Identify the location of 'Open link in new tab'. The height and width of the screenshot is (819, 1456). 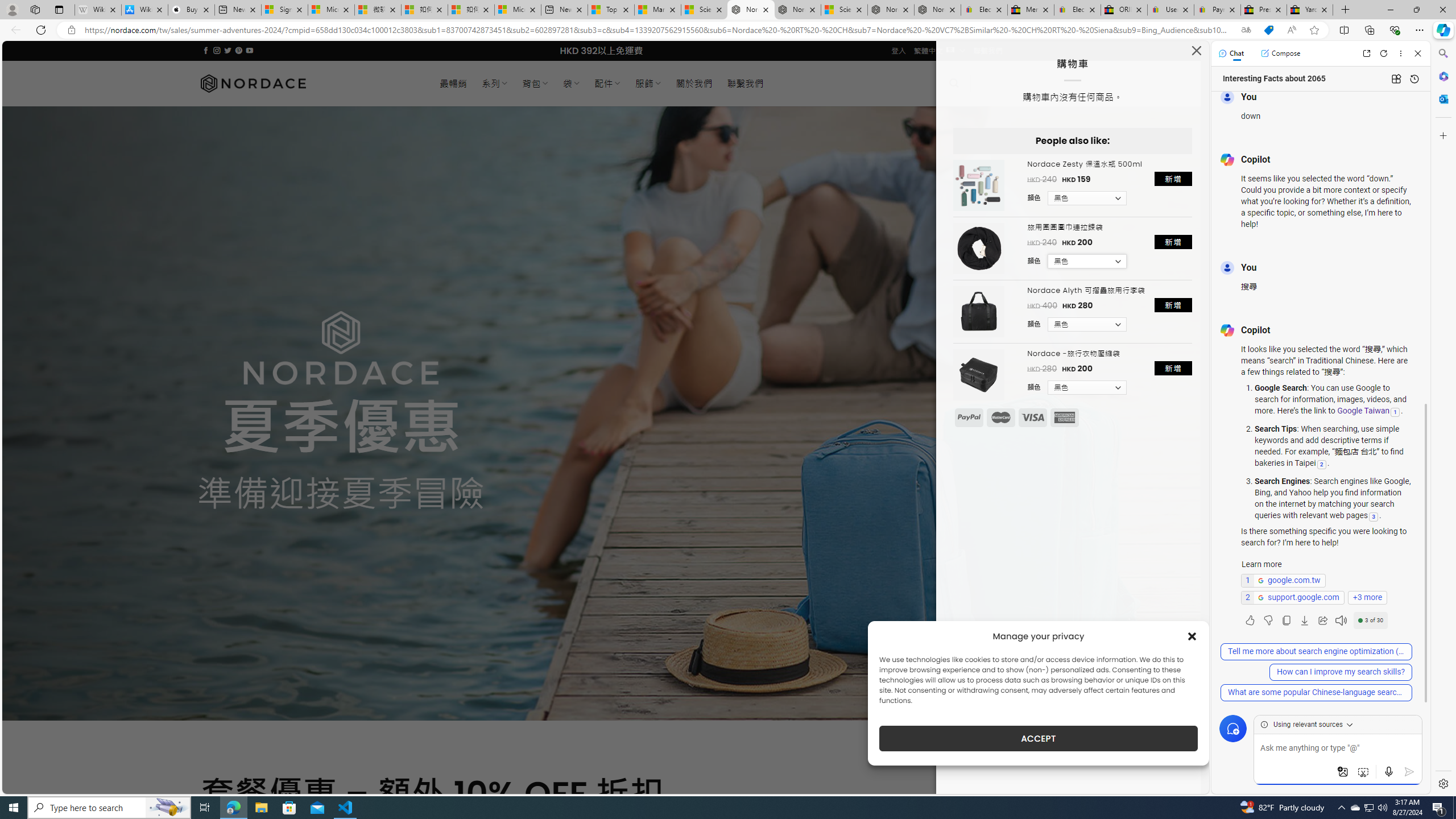
(1366, 53).